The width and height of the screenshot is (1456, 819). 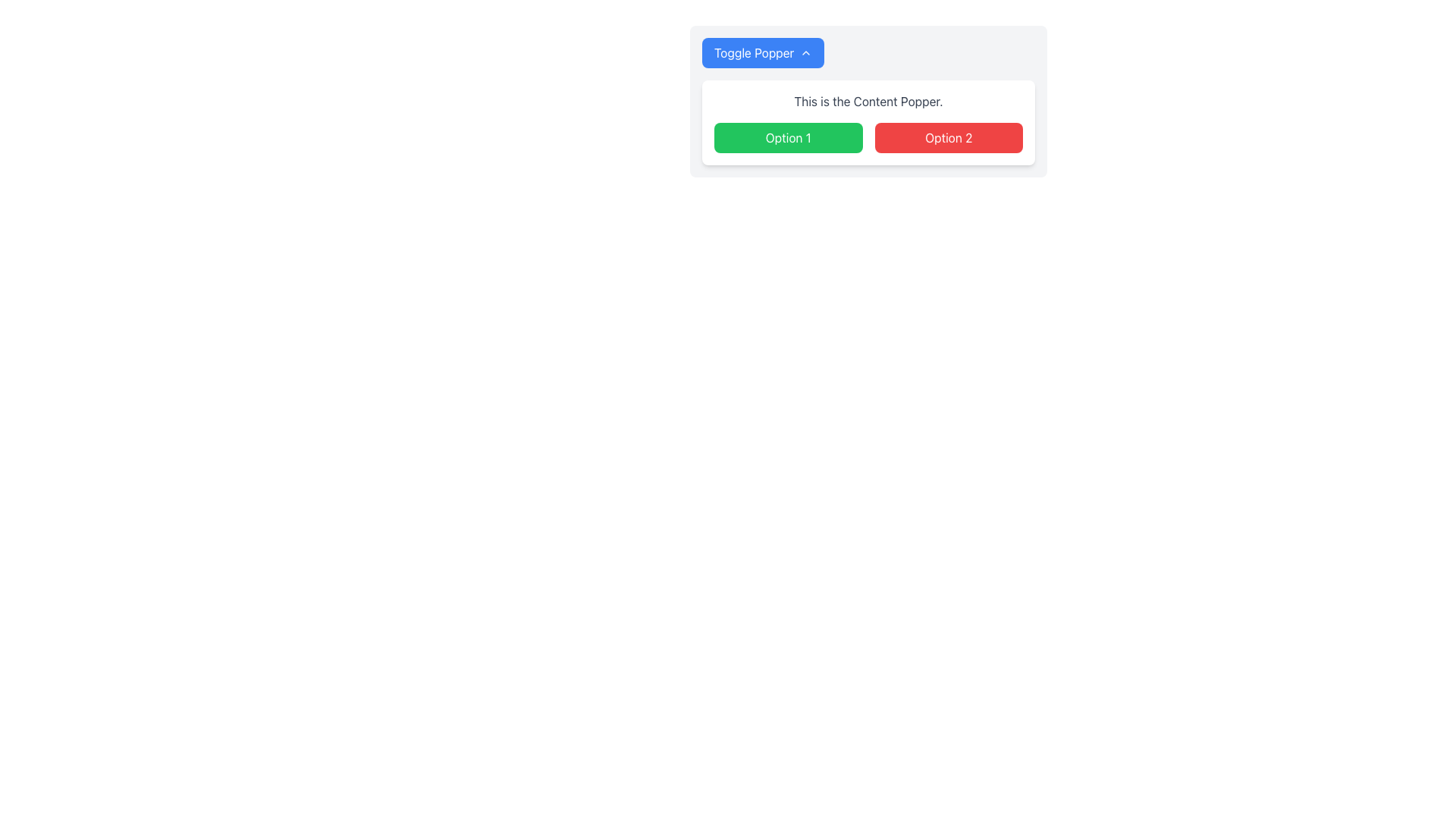 What do you see at coordinates (805, 52) in the screenshot?
I see `the chevron icon located on the right edge of the 'Toggle Popper' button` at bounding box center [805, 52].